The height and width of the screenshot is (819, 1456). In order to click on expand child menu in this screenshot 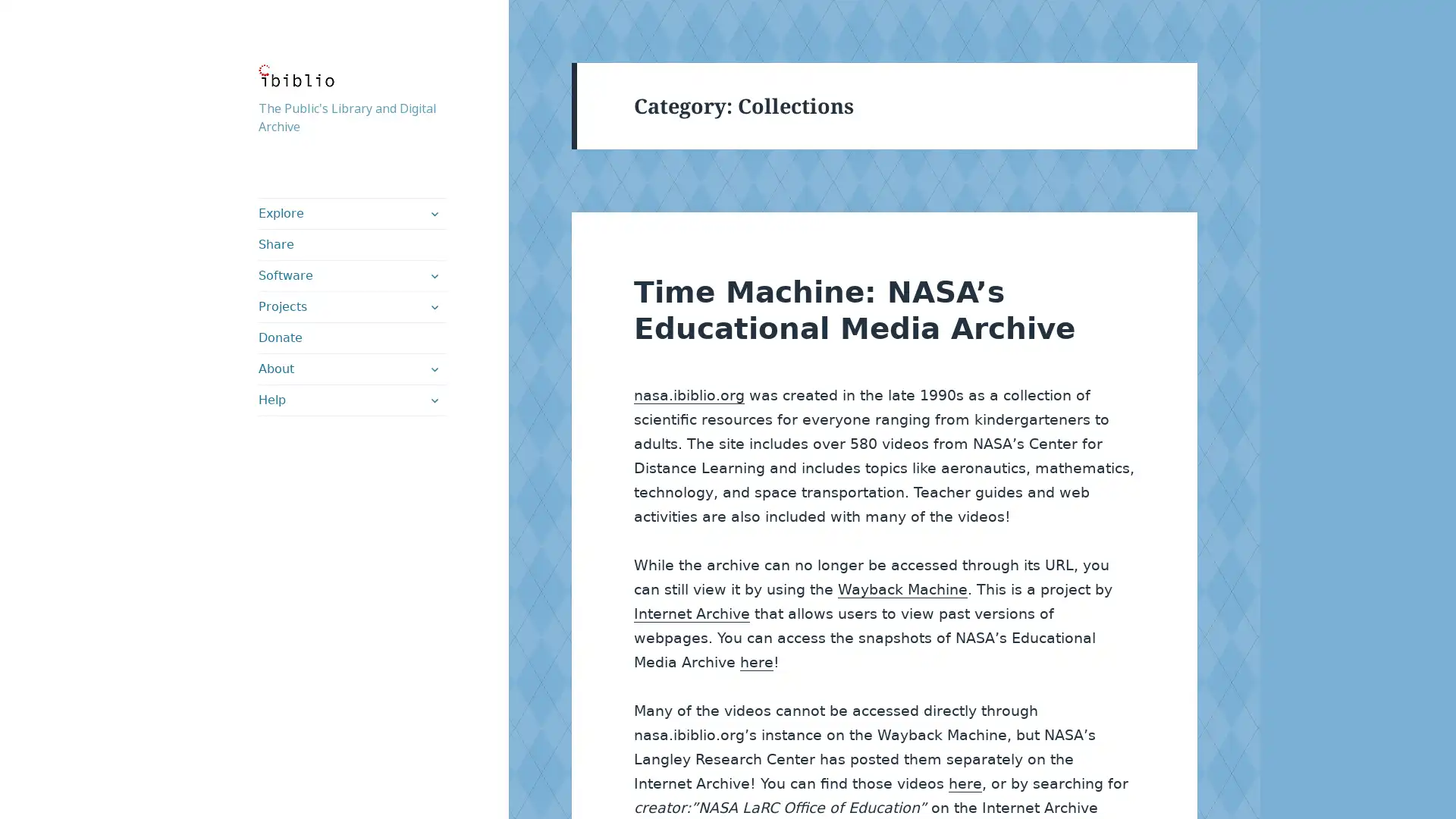, I will do `click(432, 369)`.